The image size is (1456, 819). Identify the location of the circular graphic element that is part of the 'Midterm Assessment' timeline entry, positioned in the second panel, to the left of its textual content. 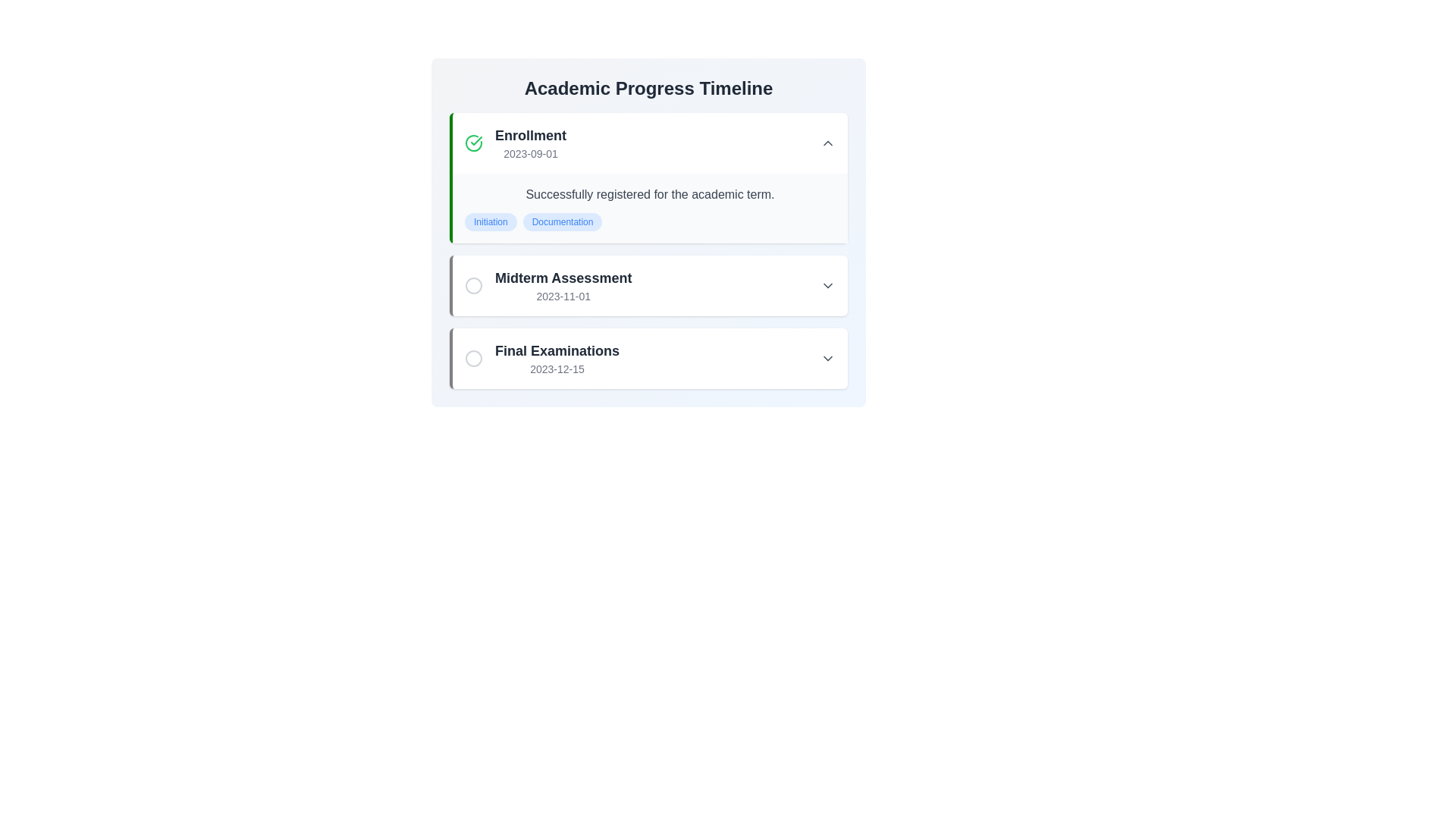
(472, 286).